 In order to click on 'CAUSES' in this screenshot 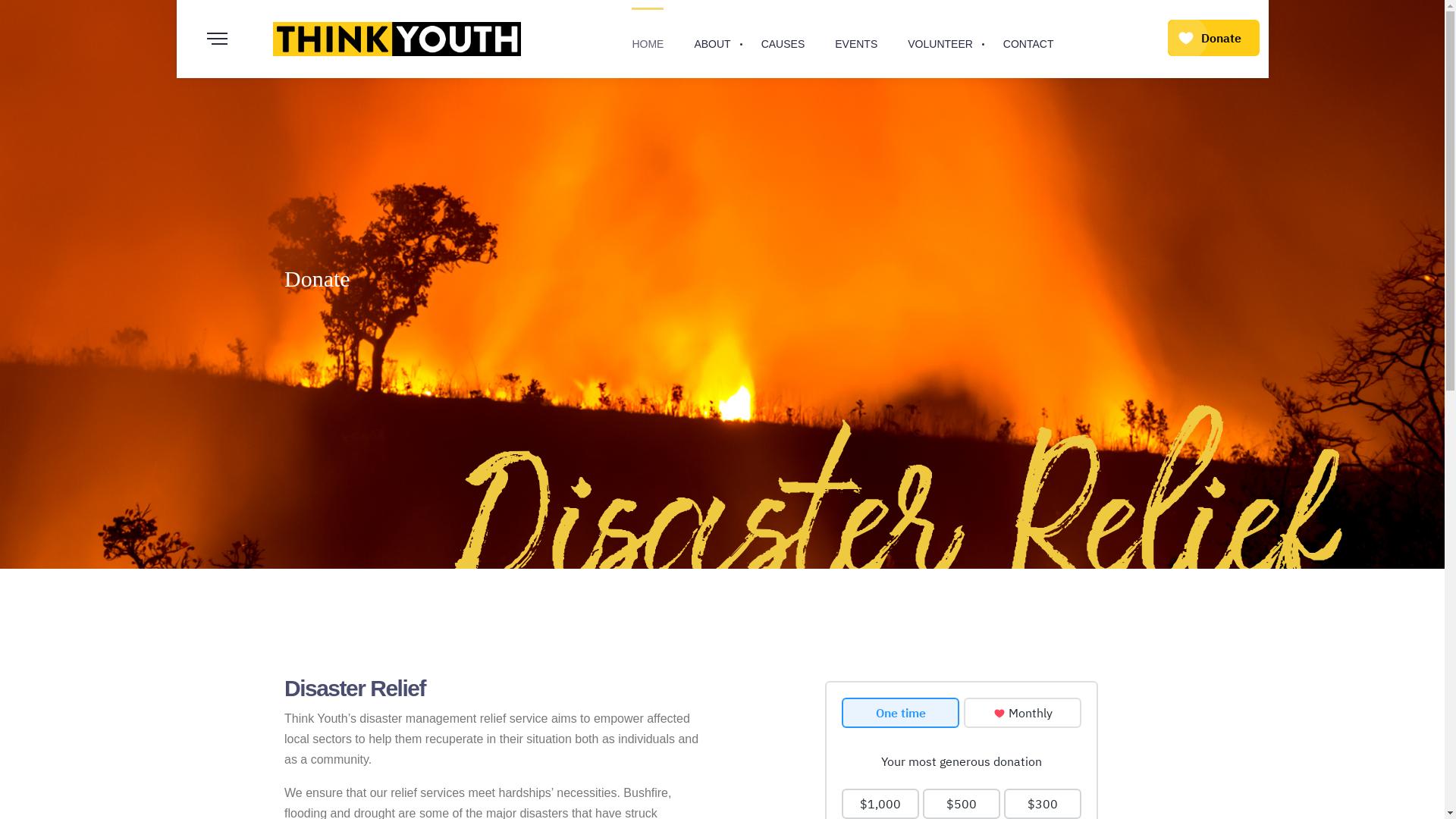, I will do `click(783, 38)`.